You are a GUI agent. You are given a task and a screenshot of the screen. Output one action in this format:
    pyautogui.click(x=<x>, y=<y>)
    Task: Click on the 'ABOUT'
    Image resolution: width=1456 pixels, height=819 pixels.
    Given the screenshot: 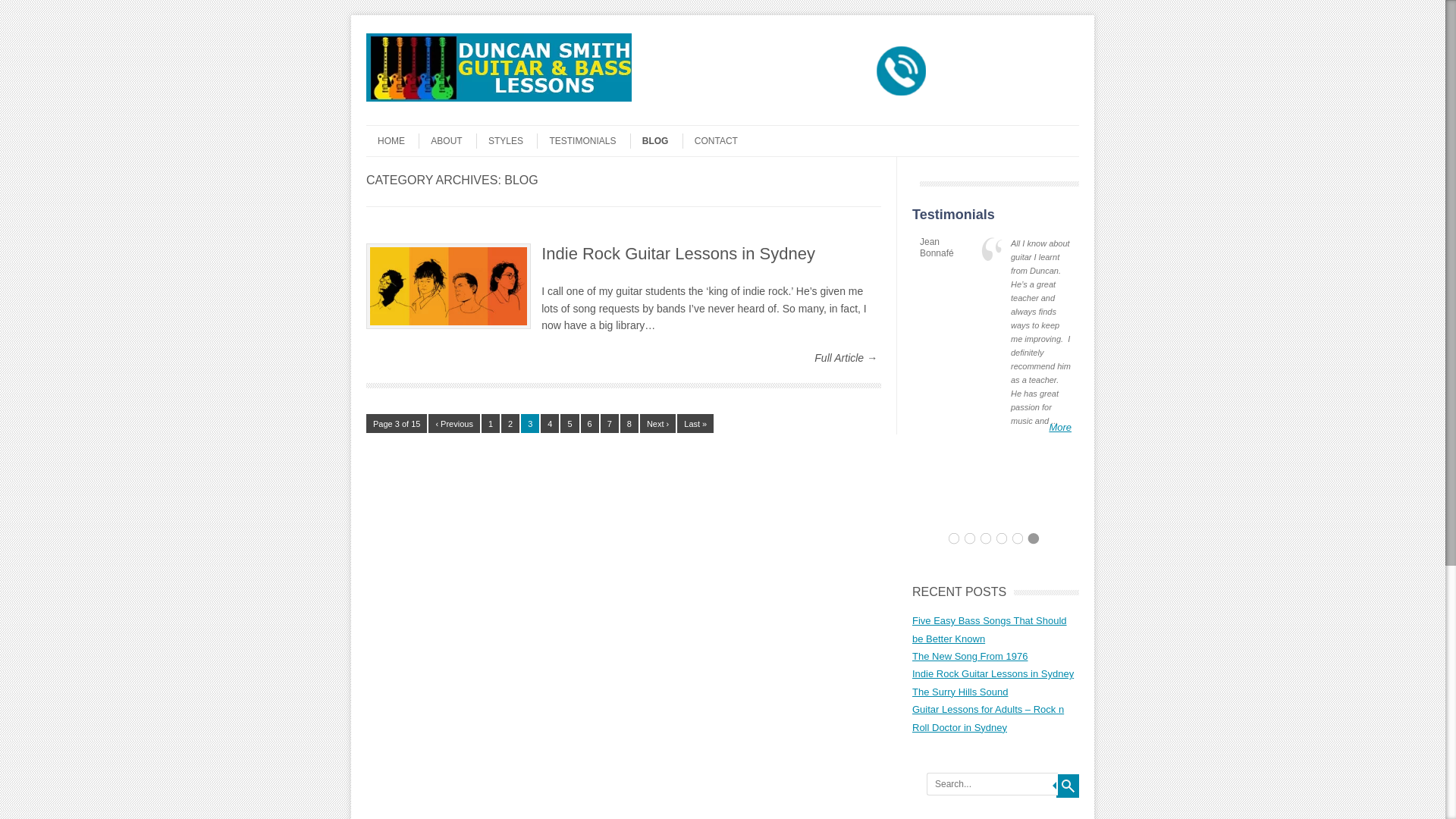 What is the action you would take?
    pyautogui.click(x=439, y=140)
    